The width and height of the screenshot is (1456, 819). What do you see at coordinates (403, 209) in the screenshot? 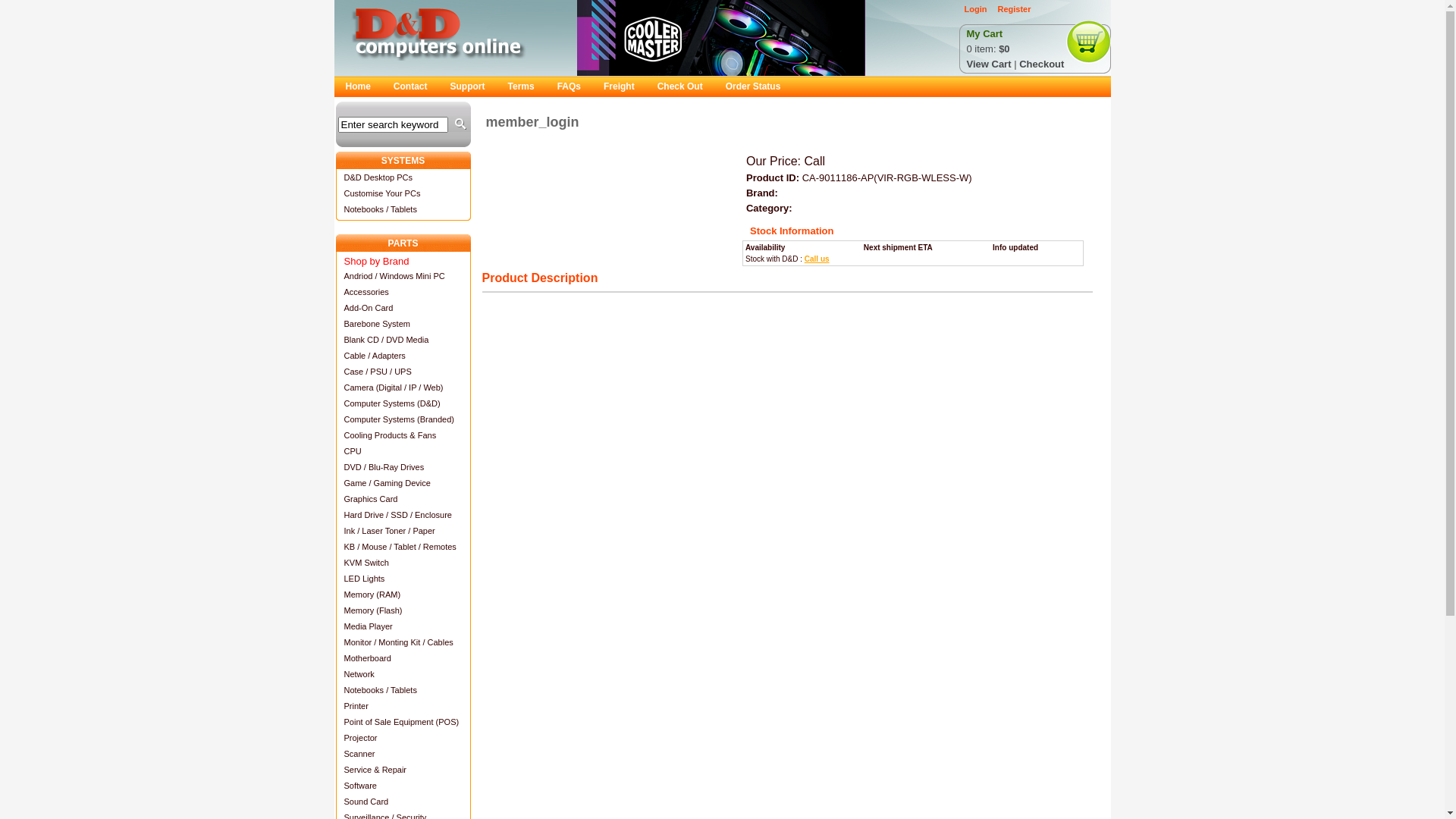
I see `'Notebooks / Tablets'` at bounding box center [403, 209].